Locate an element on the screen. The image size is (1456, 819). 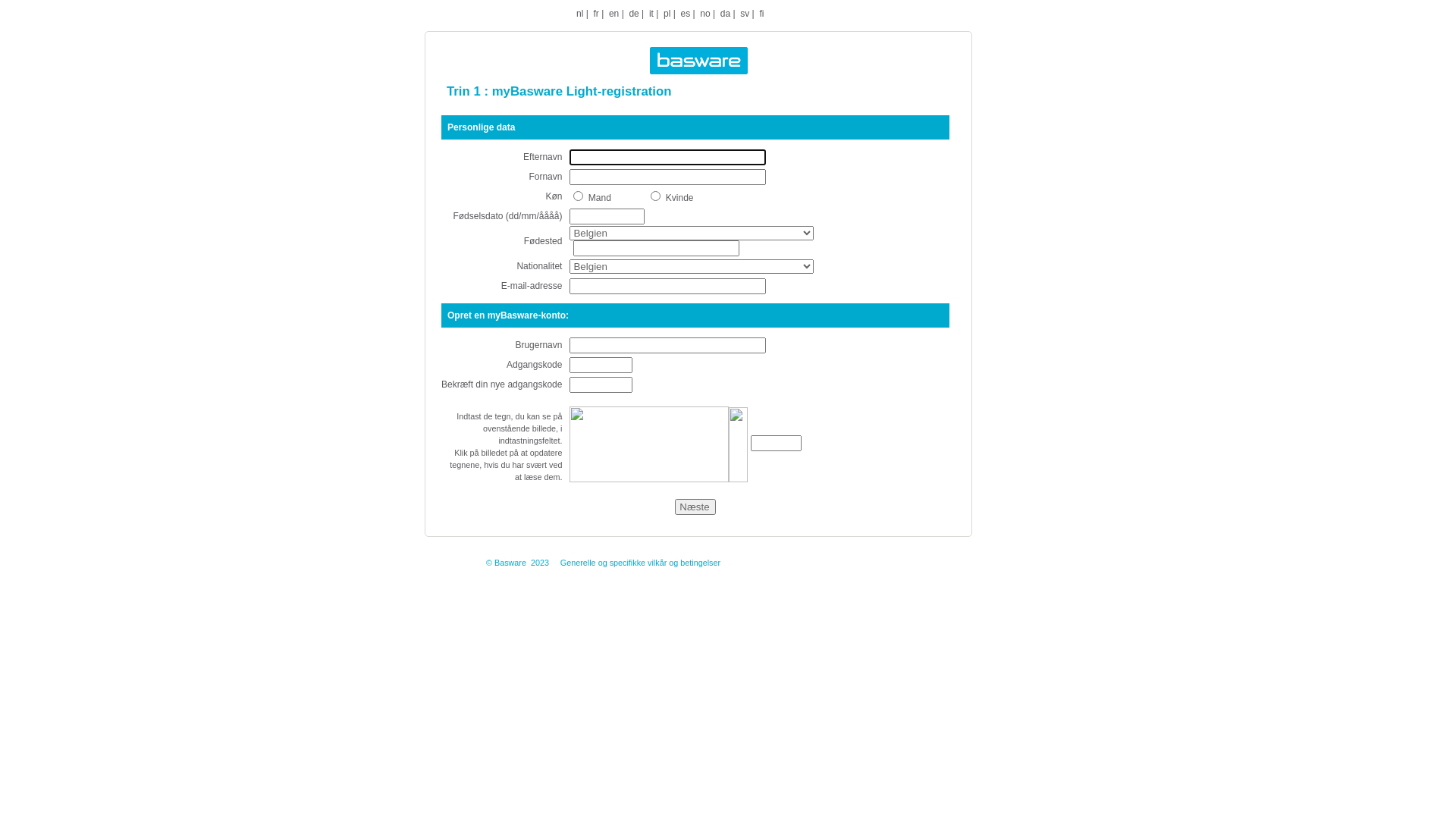
'fi' is located at coordinates (761, 14).